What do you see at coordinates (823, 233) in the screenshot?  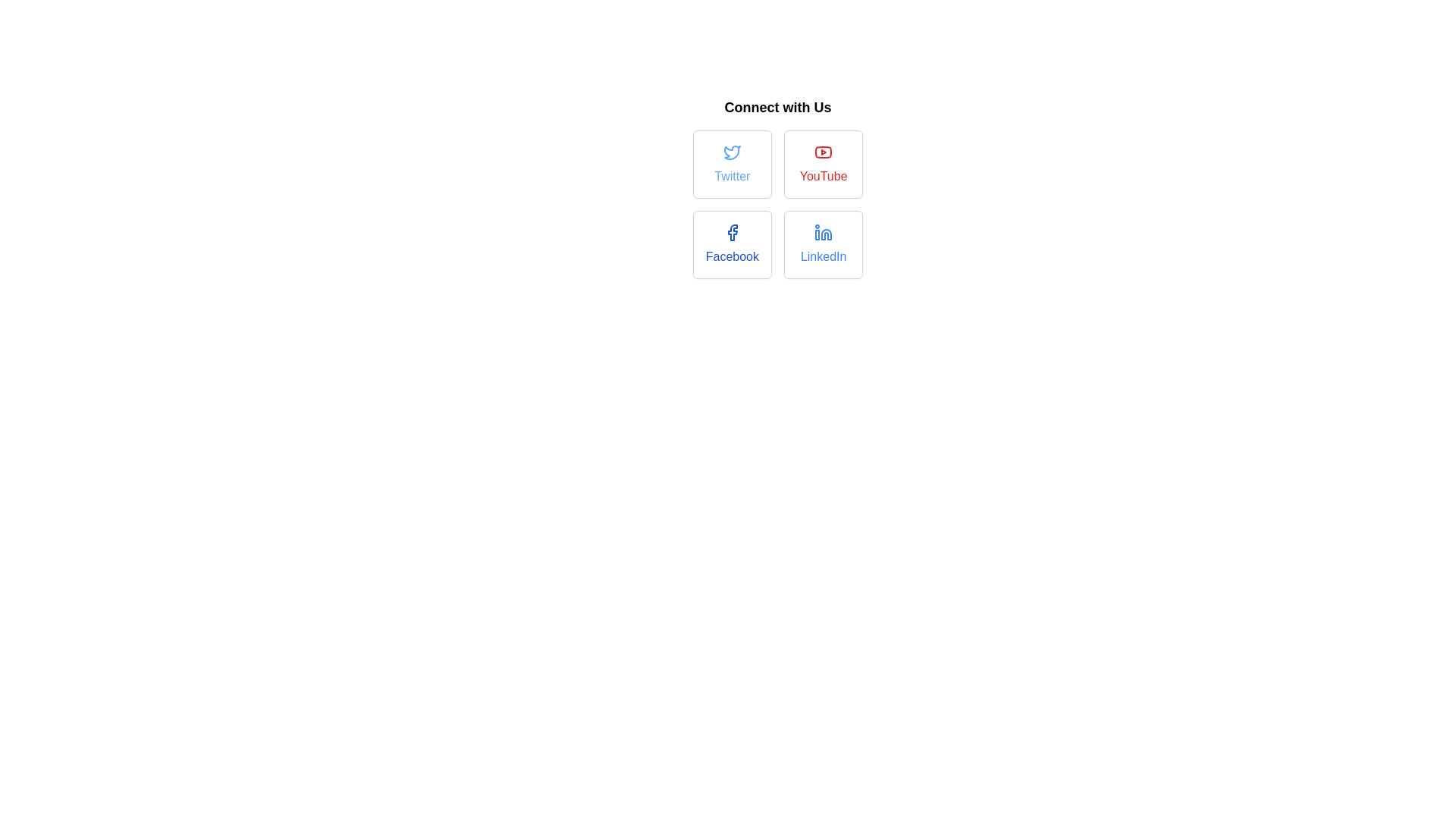 I see `the LinkedIn icon located in the bottom-right corner of the grid under the label 'Connect with Us'` at bounding box center [823, 233].